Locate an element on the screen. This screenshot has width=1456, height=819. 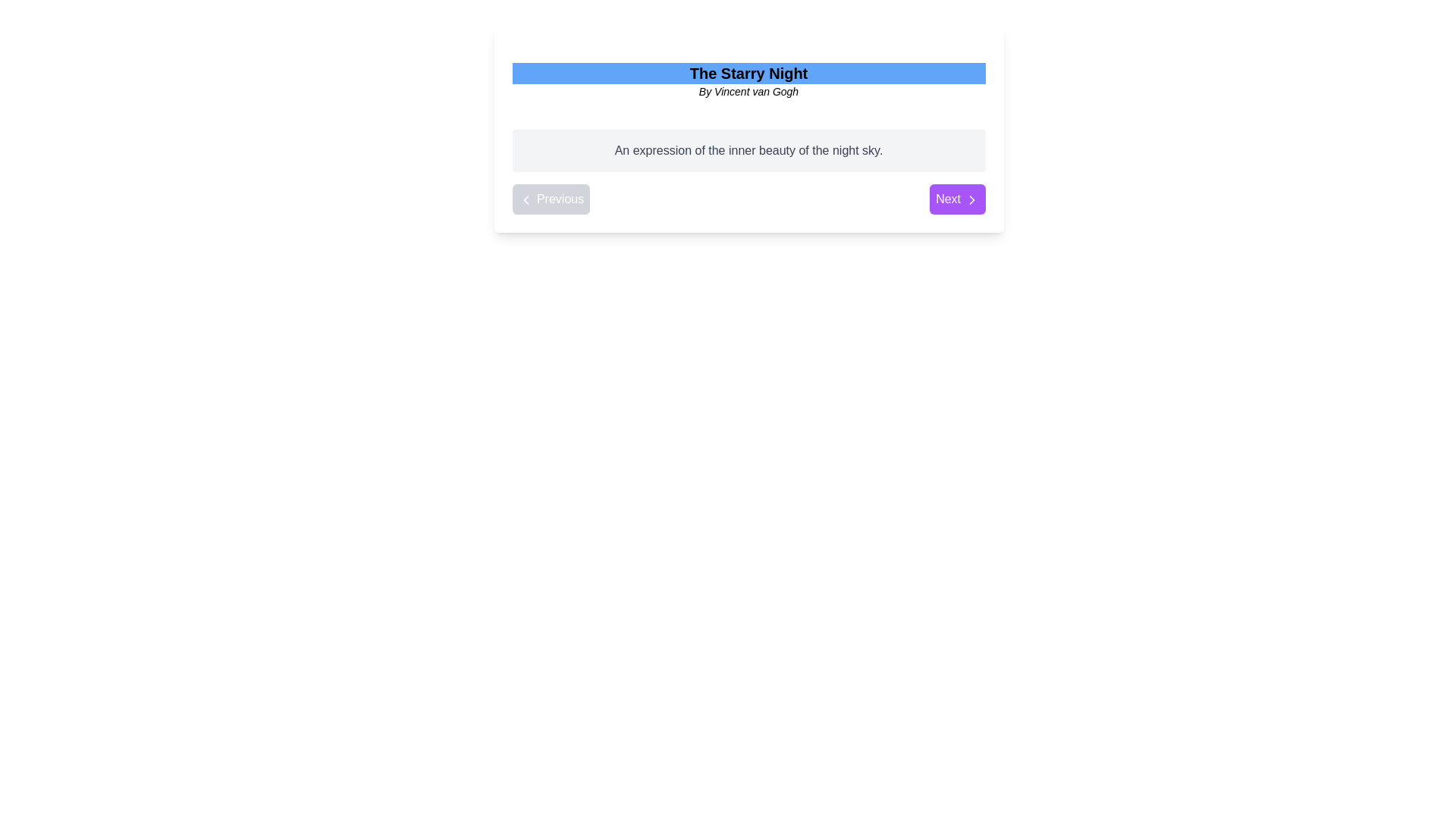
the static text element that reads 'The Starry Night', which is bold and large in black on a blue background is located at coordinates (748, 73).